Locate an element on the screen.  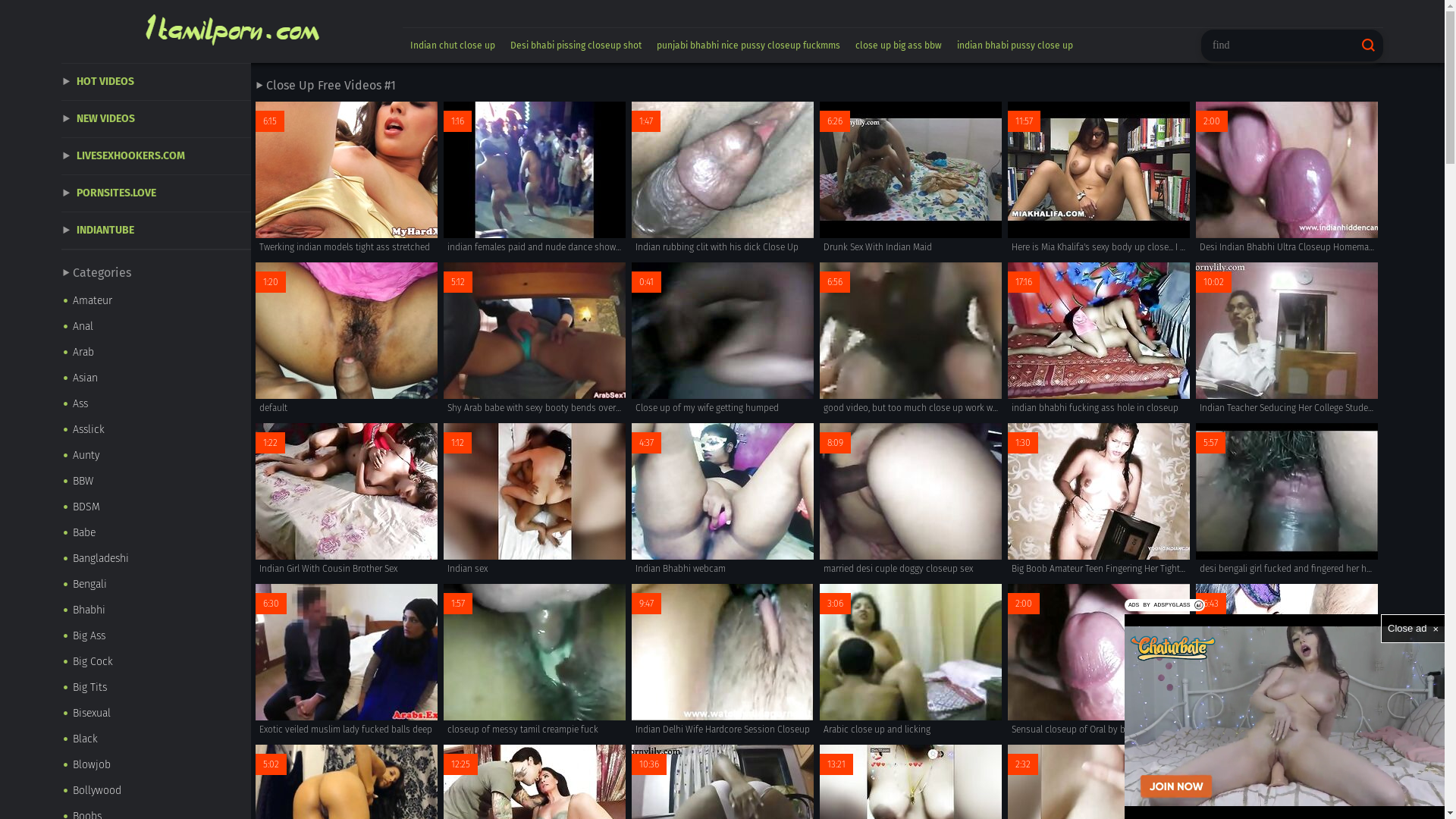
'Indian chut close up' is located at coordinates (451, 45).